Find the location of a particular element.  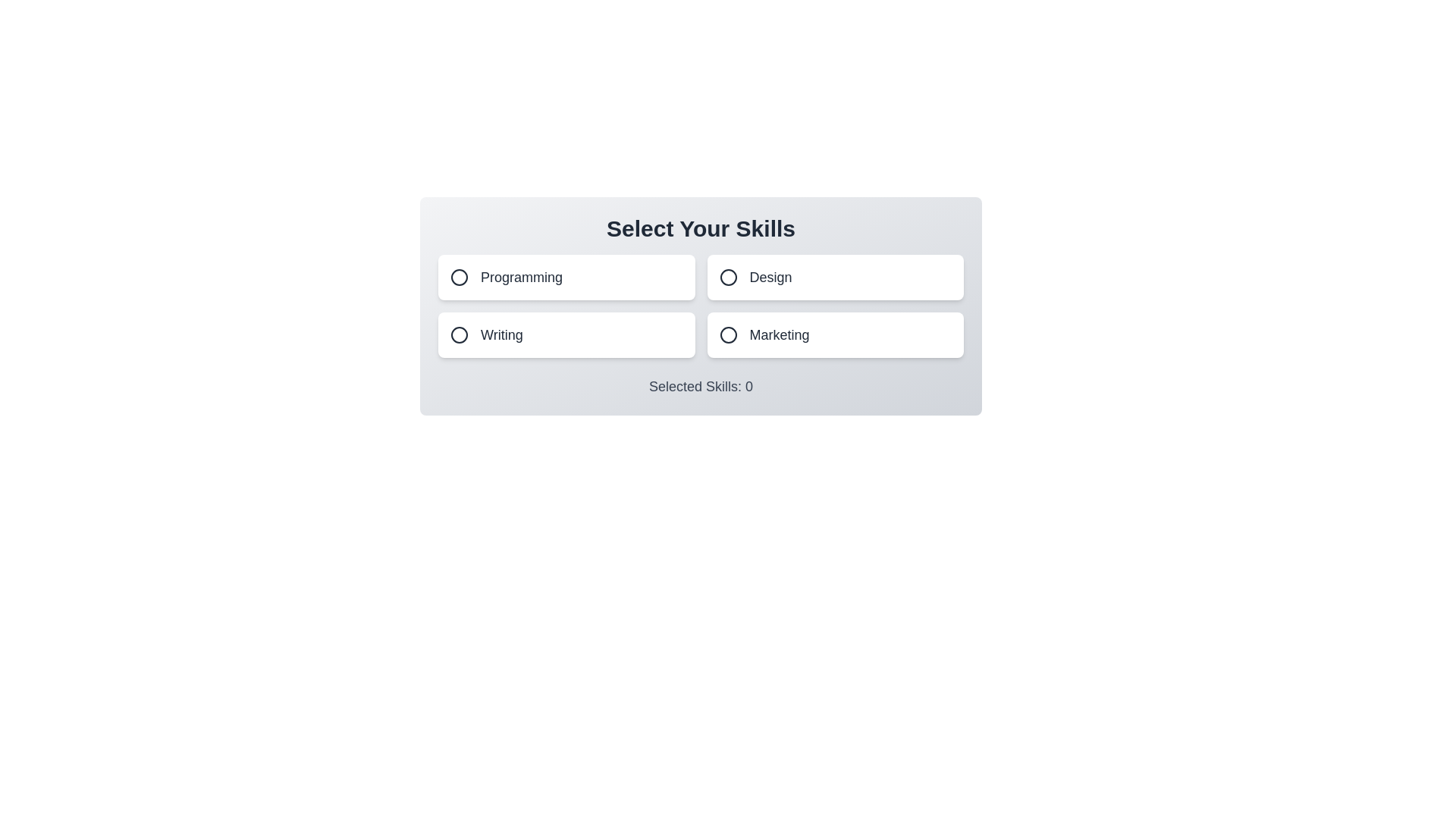

the skill button corresponding to Design is located at coordinates (834, 278).